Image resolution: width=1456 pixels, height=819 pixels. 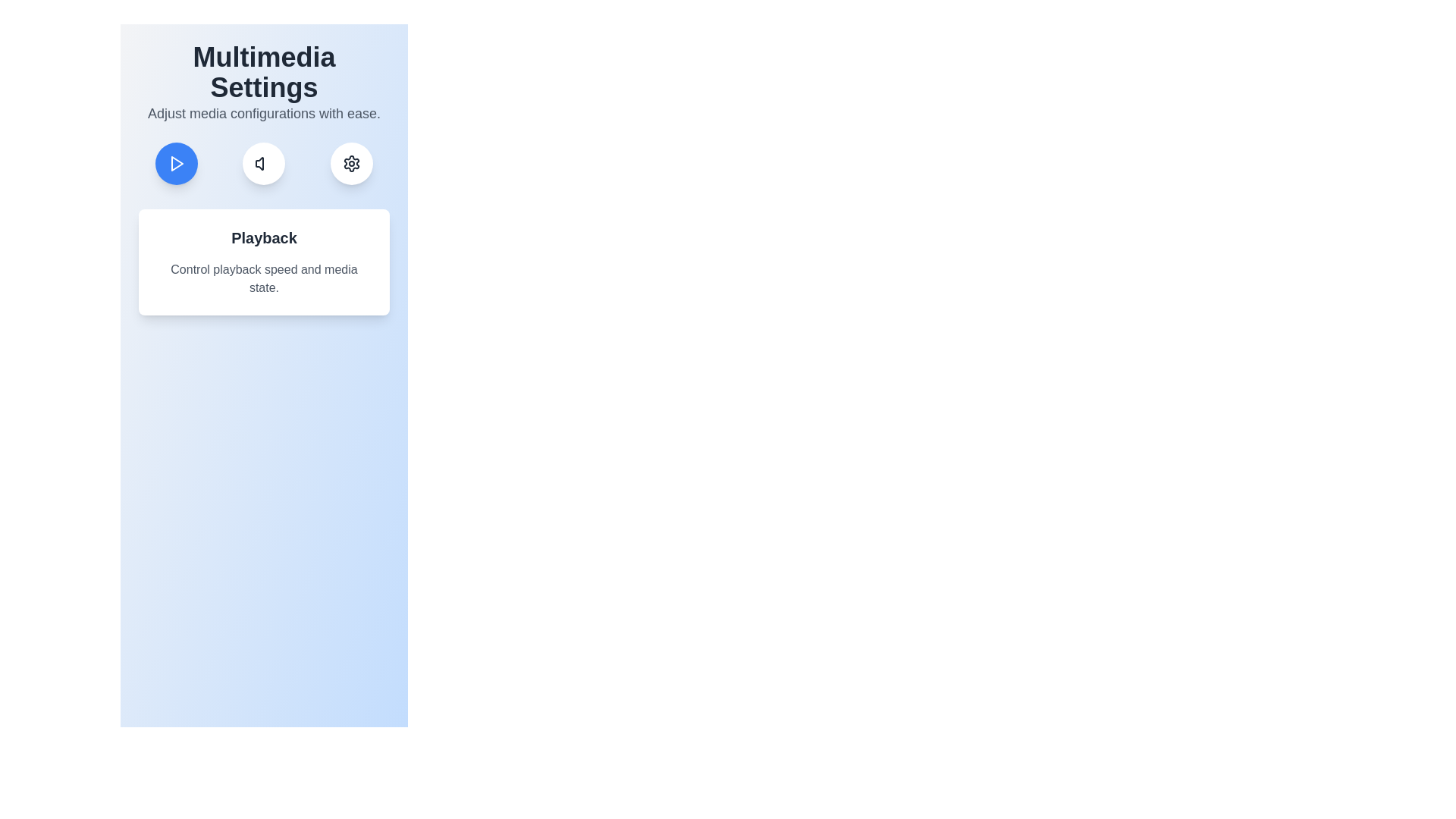 I want to click on the Playback tab by clicking its corresponding button, so click(x=176, y=164).